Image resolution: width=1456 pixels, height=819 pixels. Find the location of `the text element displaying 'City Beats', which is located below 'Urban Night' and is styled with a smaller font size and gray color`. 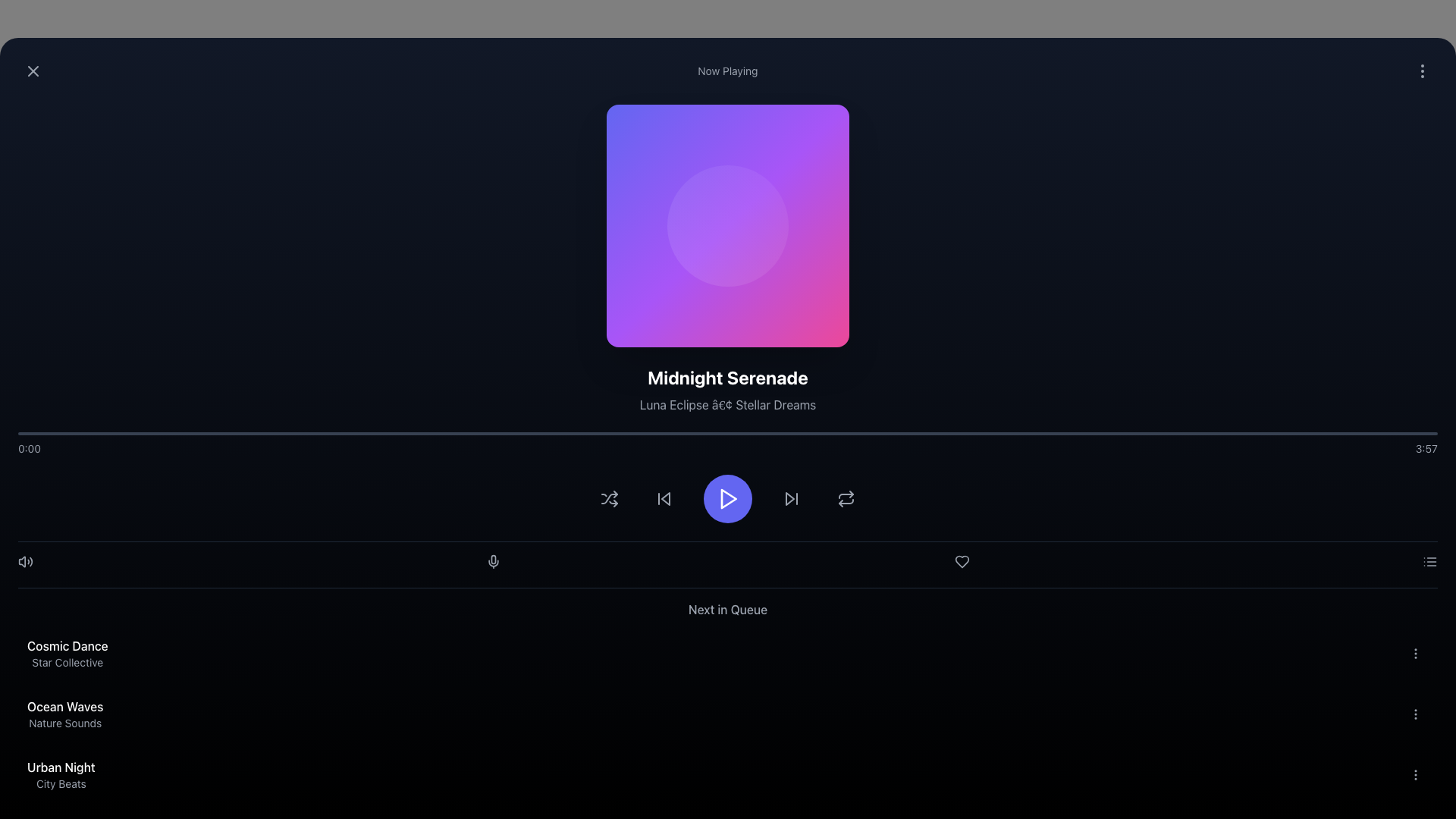

the text element displaying 'City Beats', which is located below 'Urban Night' and is styled with a smaller font size and gray color is located at coordinates (61, 783).